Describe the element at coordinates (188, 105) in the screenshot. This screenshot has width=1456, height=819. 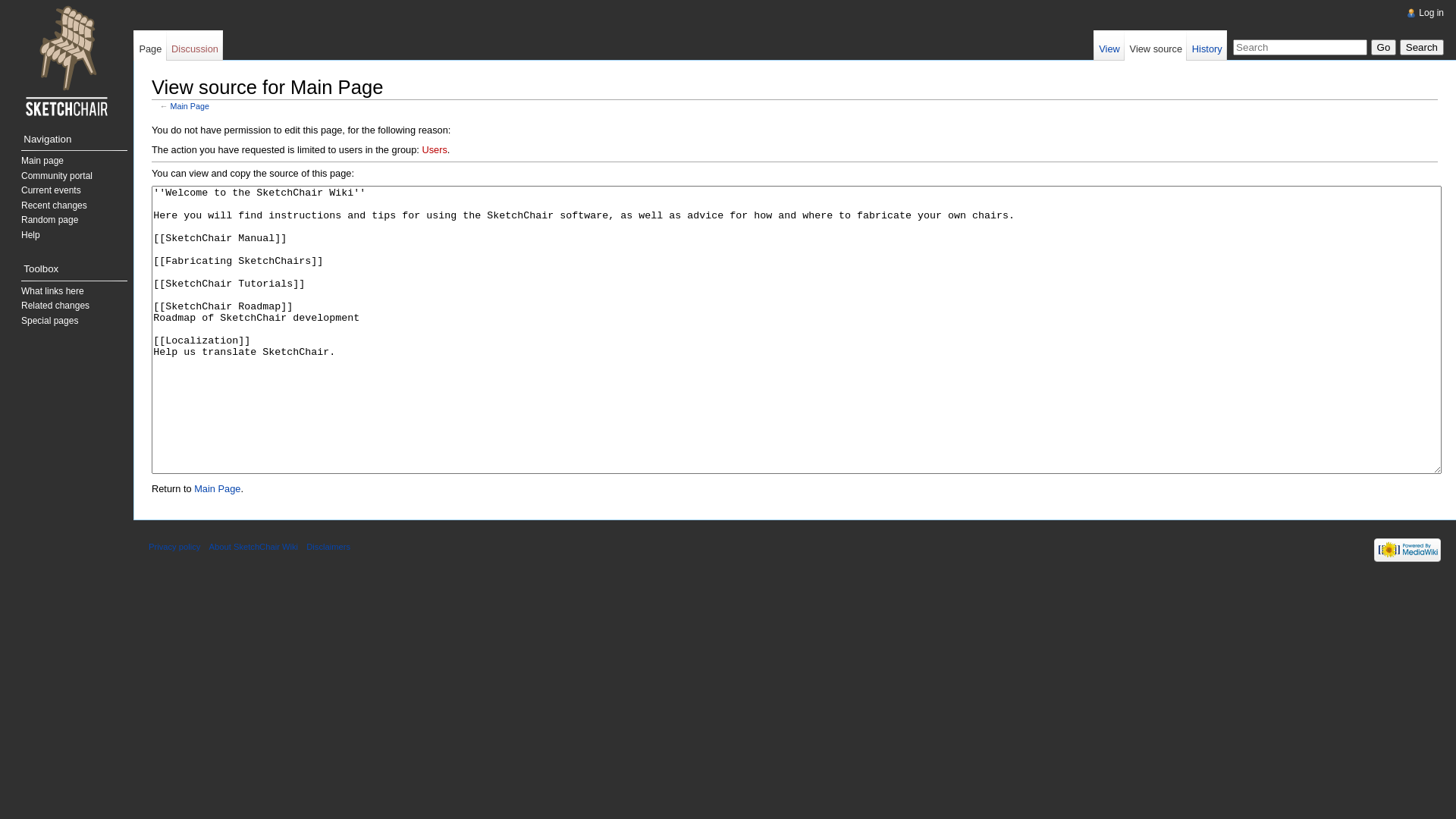
I see `'Main Page'` at that location.